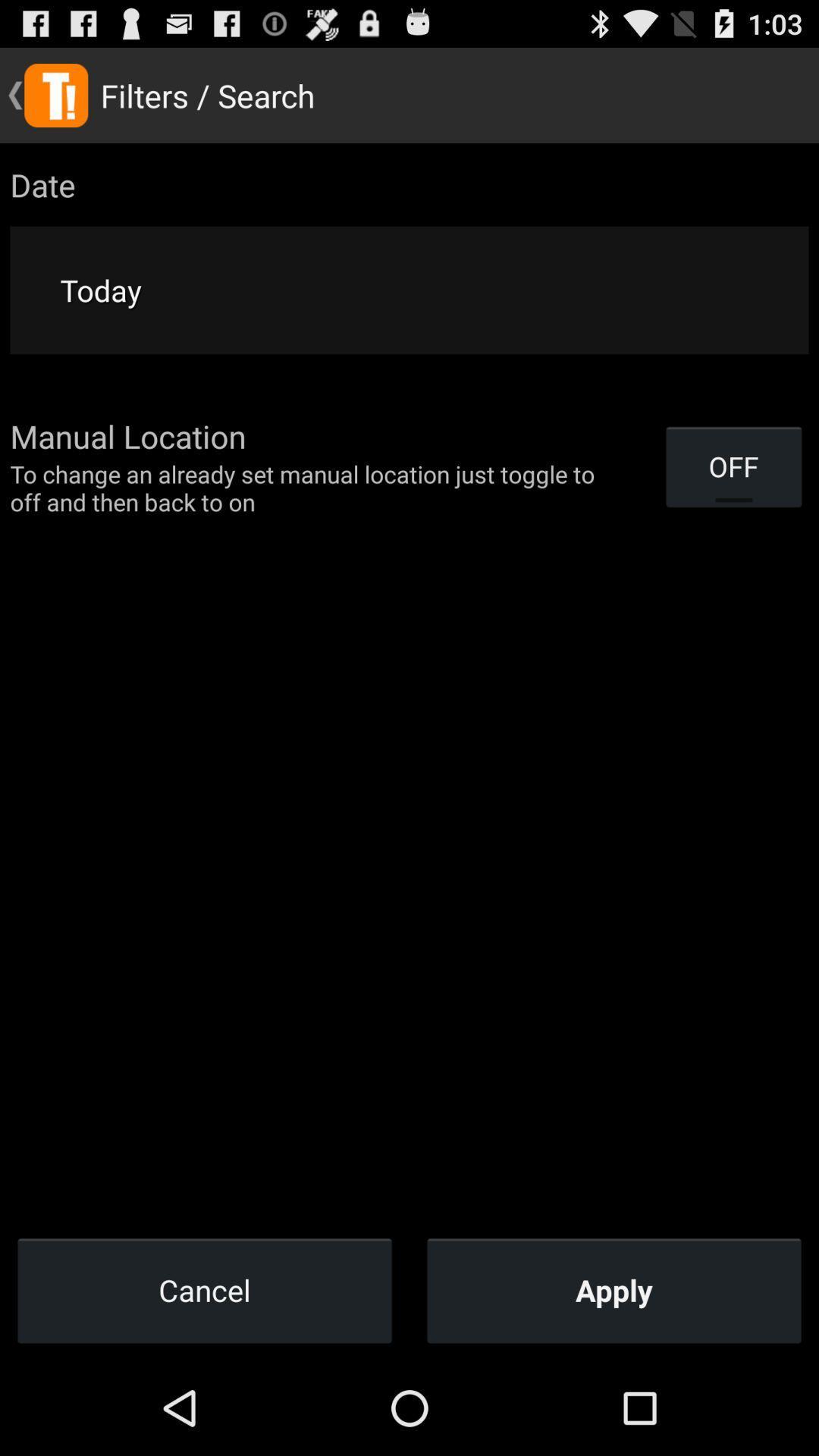 This screenshot has width=819, height=1456. Describe the element at coordinates (205, 1289) in the screenshot. I see `icon below to change an icon` at that location.